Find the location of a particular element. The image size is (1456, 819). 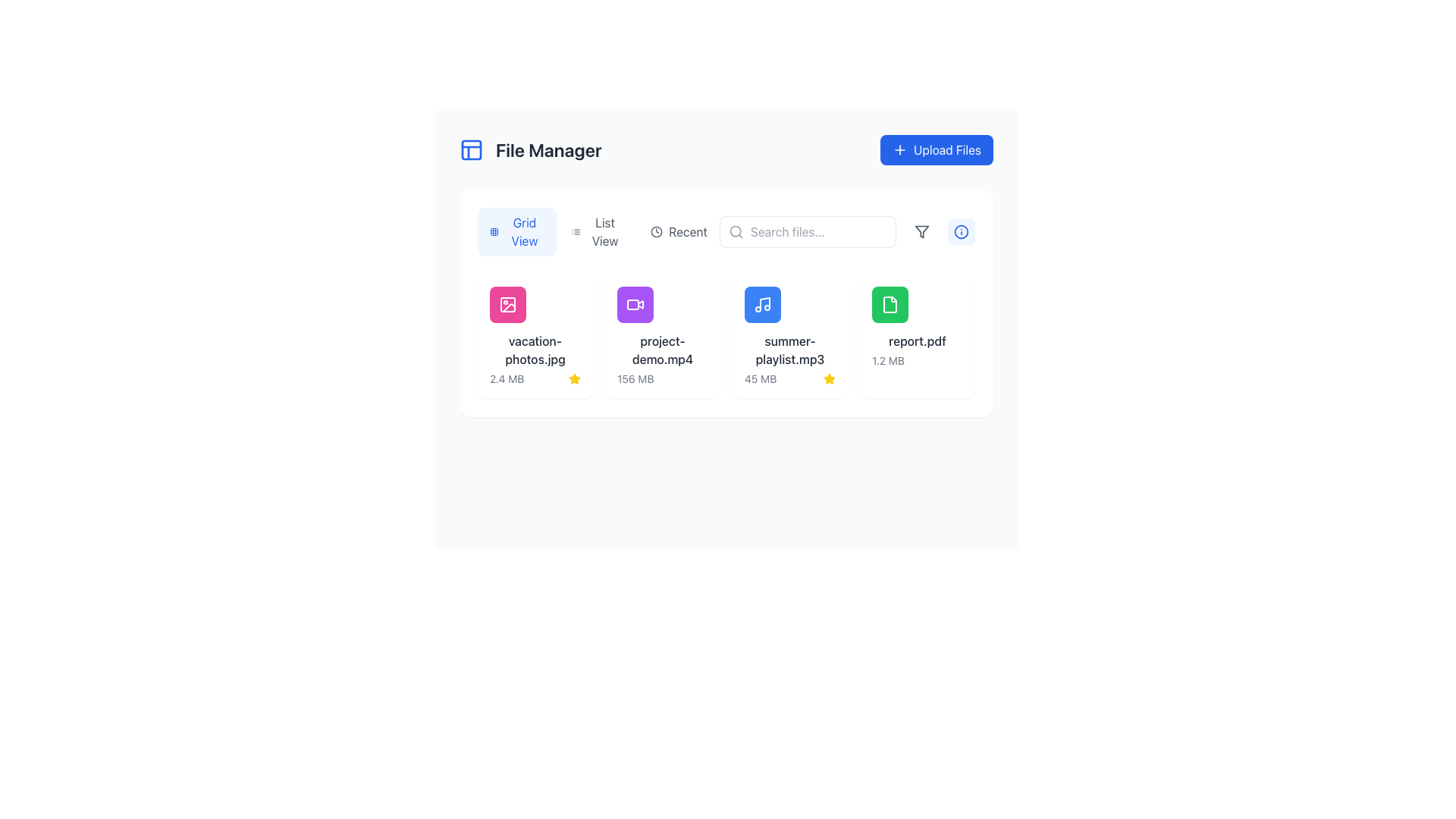

the circular clock icon located near the top center-right of the interface, within the 'File Manager' header area, which is styled in a neutral tone and represents recent items is located at coordinates (657, 231).